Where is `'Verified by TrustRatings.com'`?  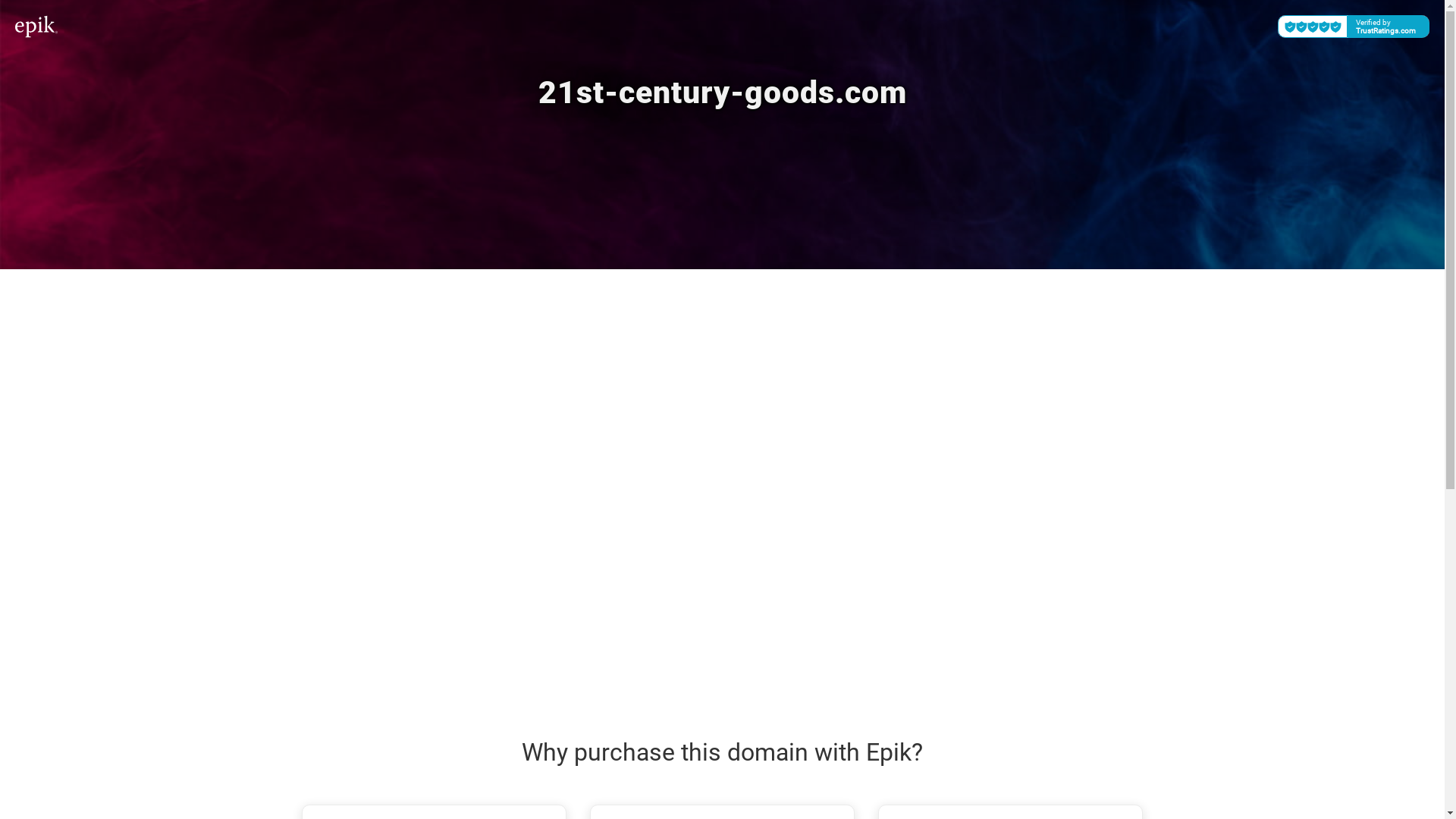
'Verified by TrustRatings.com' is located at coordinates (1354, 26).